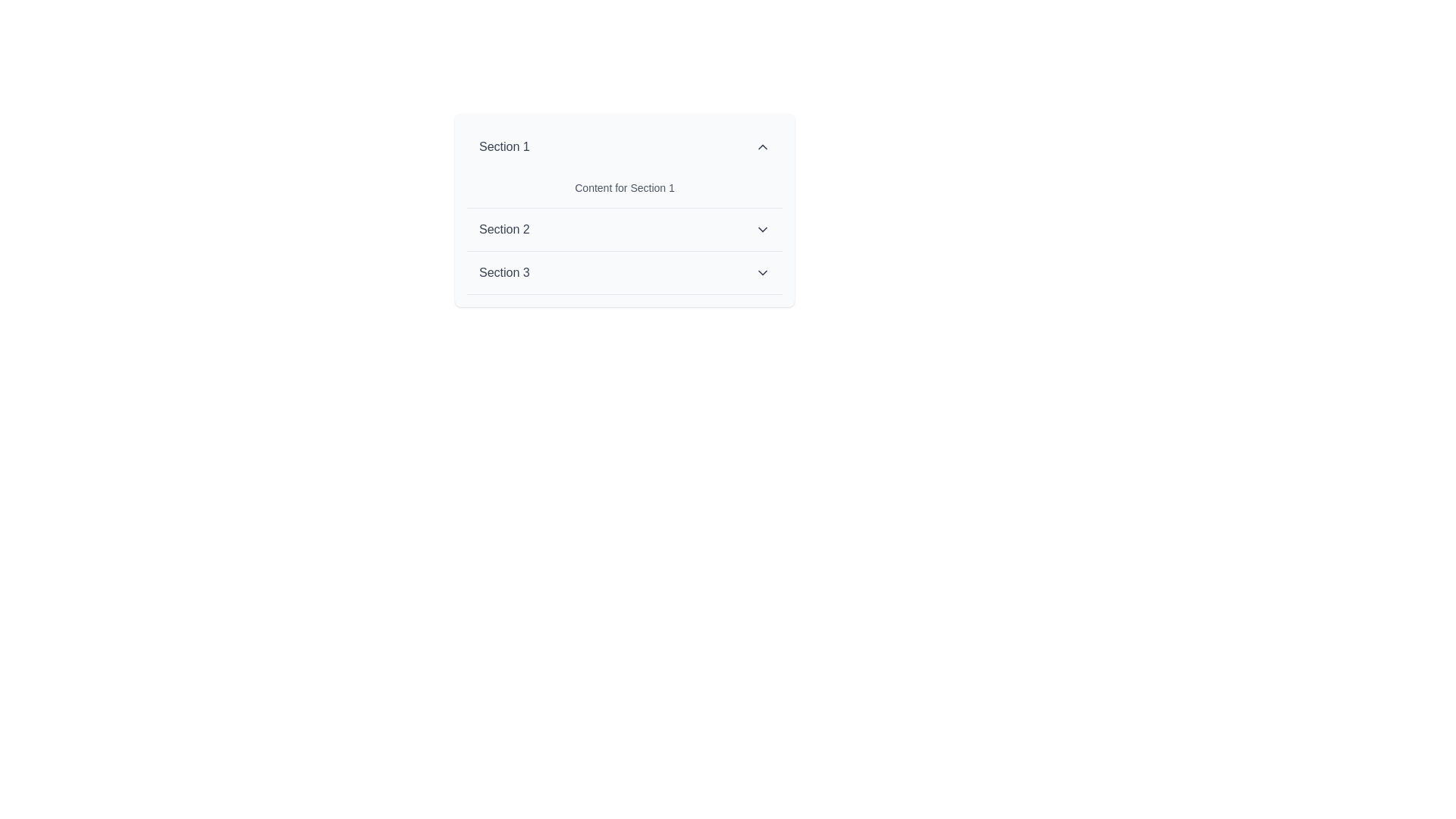 The height and width of the screenshot is (819, 1456). What do you see at coordinates (625, 187) in the screenshot?
I see `text content displayed in the Text block showing 'Content for Section 1', which is styled in gray and located beneath 'Section 1'` at bounding box center [625, 187].